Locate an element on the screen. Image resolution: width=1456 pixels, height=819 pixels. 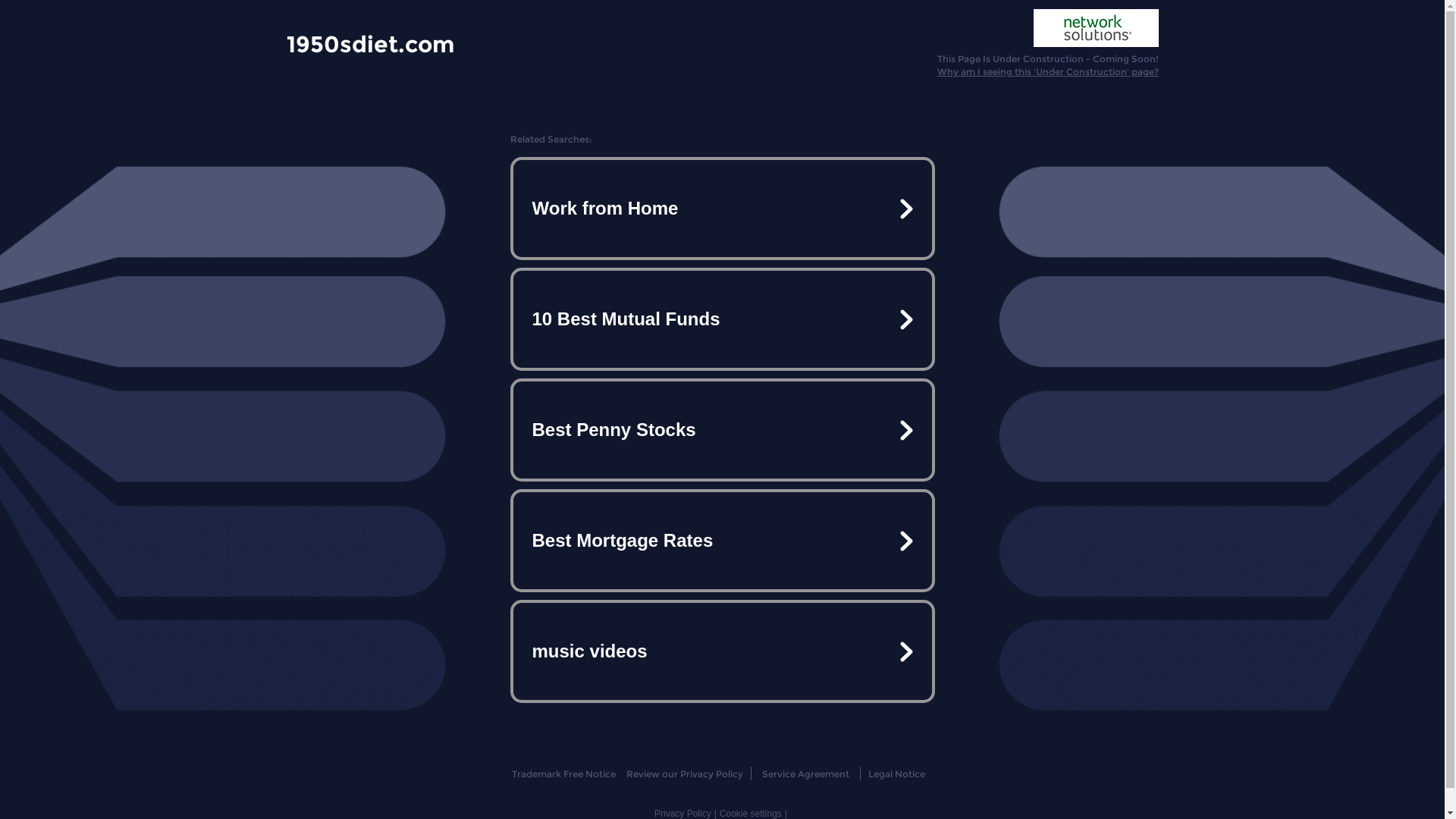
'Legal Notice' is located at coordinates (896, 773).